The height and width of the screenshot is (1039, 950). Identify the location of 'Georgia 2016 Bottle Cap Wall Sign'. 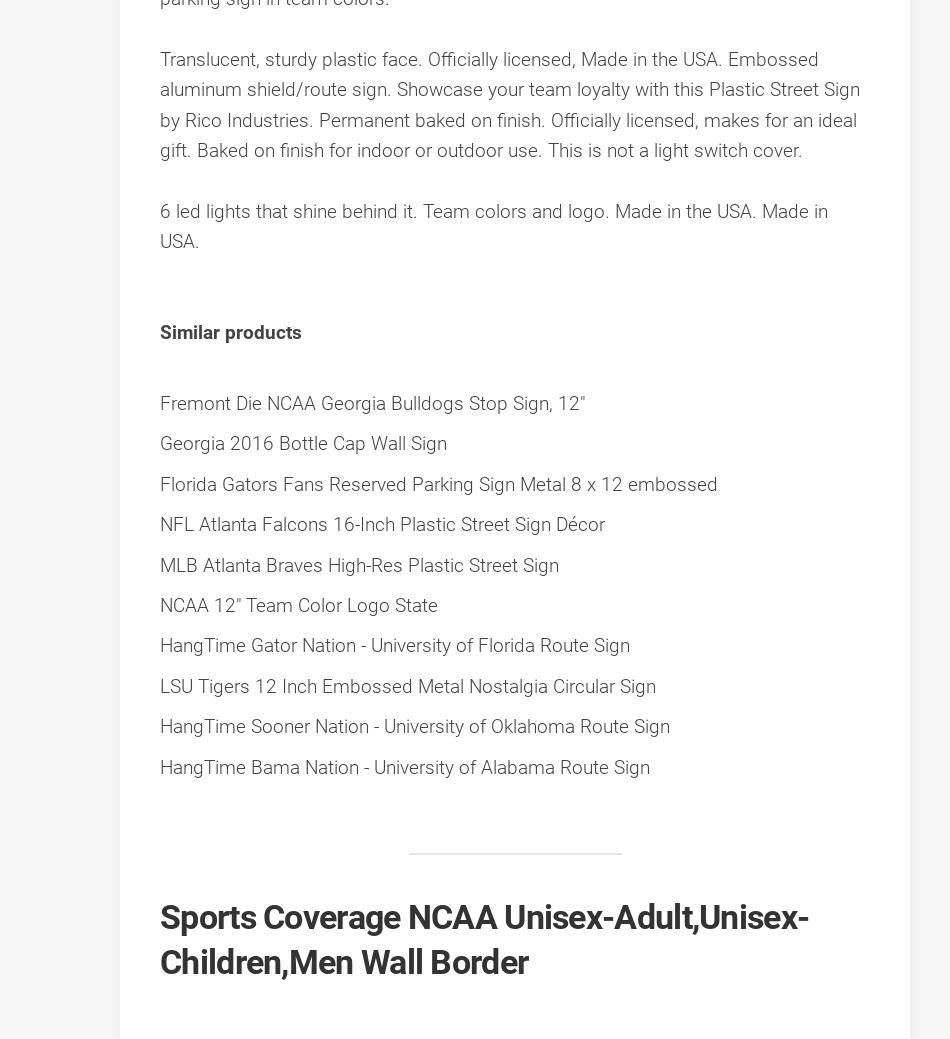
(159, 442).